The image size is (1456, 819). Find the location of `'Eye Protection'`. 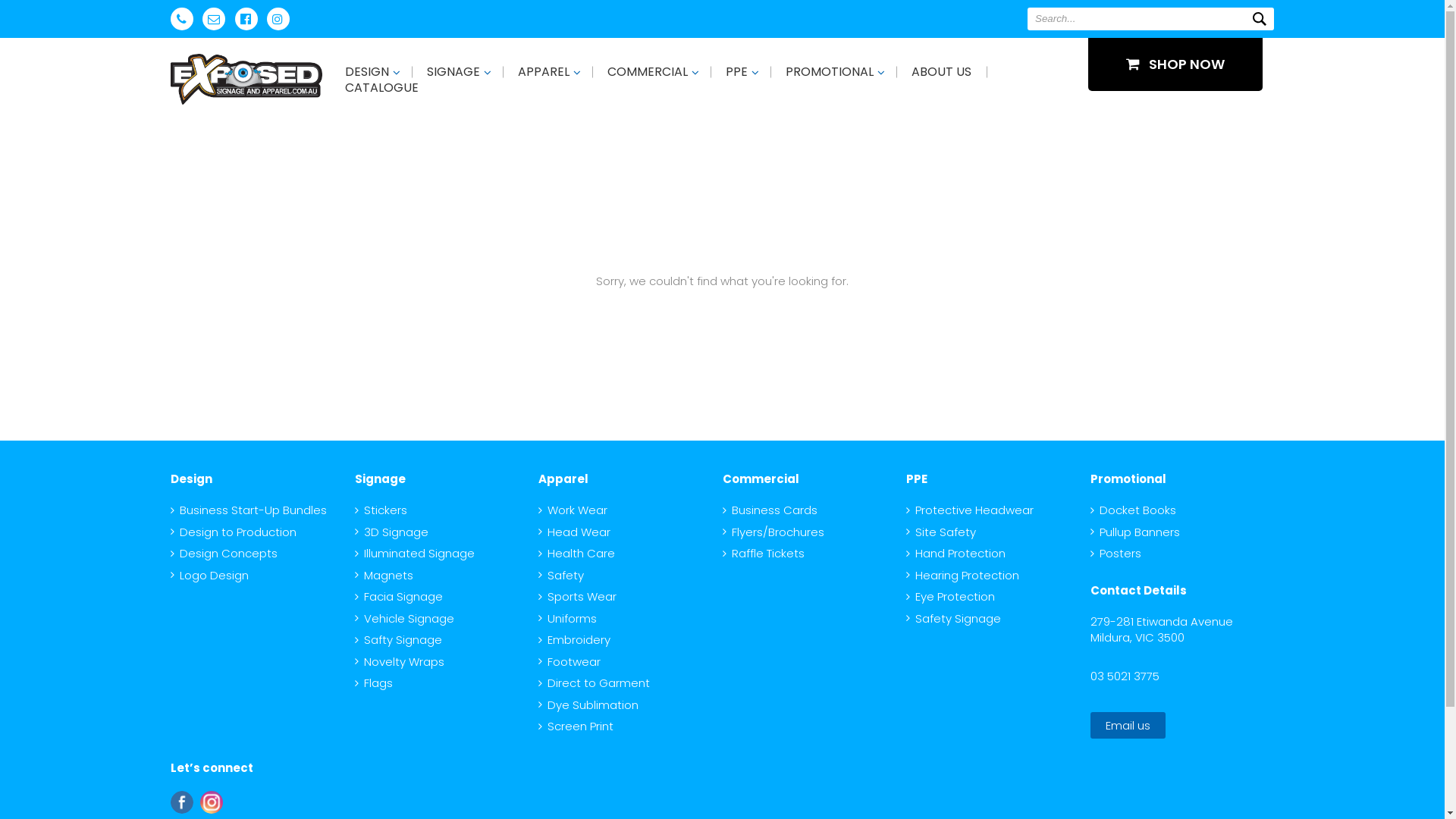

'Eye Protection' is located at coordinates (906, 595).